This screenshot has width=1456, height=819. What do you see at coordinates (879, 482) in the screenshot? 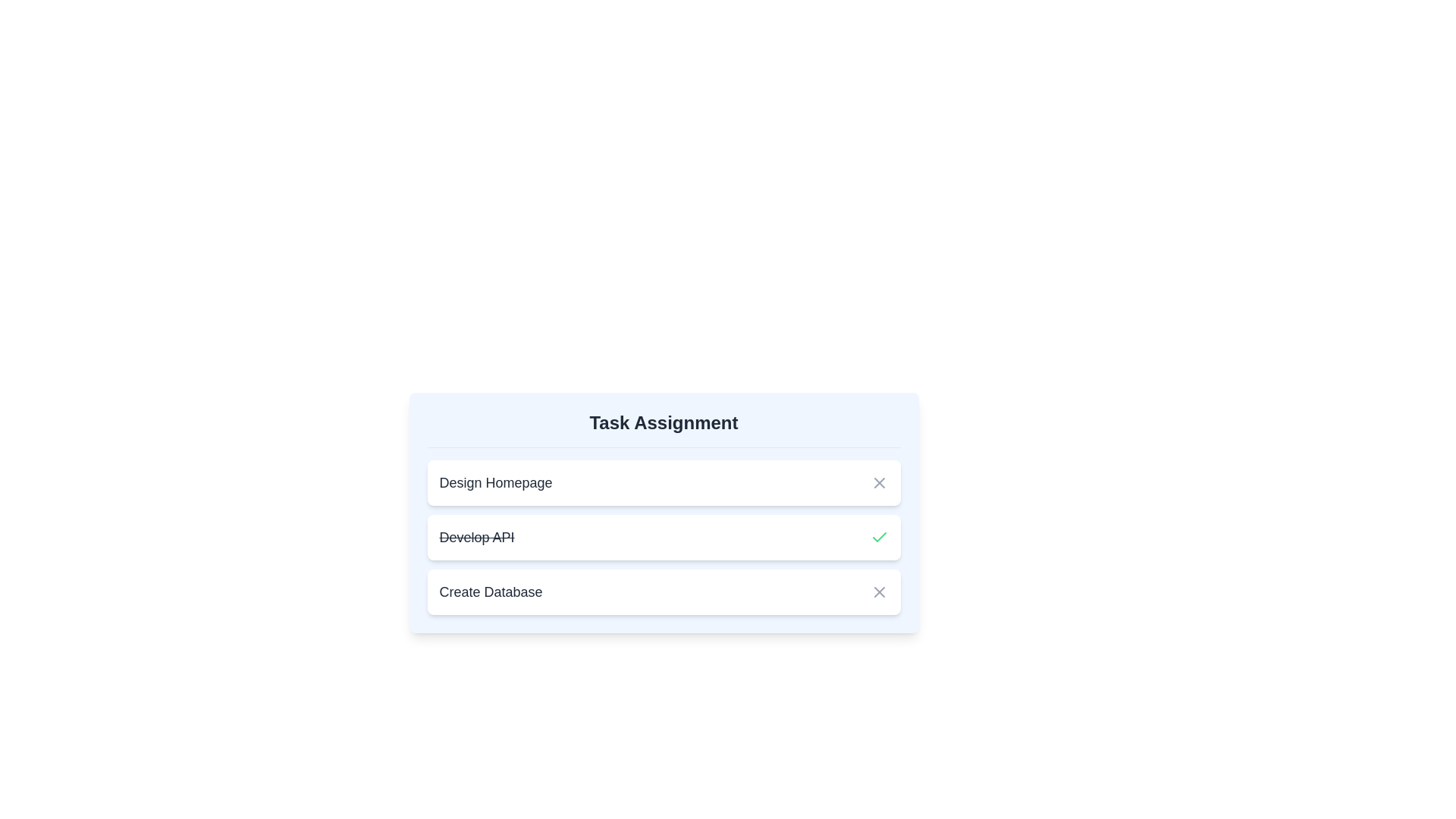
I see `the round-edged, cross-shaped gray icon next to the 'Design Homepage' task` at bounding box center [879, 482].